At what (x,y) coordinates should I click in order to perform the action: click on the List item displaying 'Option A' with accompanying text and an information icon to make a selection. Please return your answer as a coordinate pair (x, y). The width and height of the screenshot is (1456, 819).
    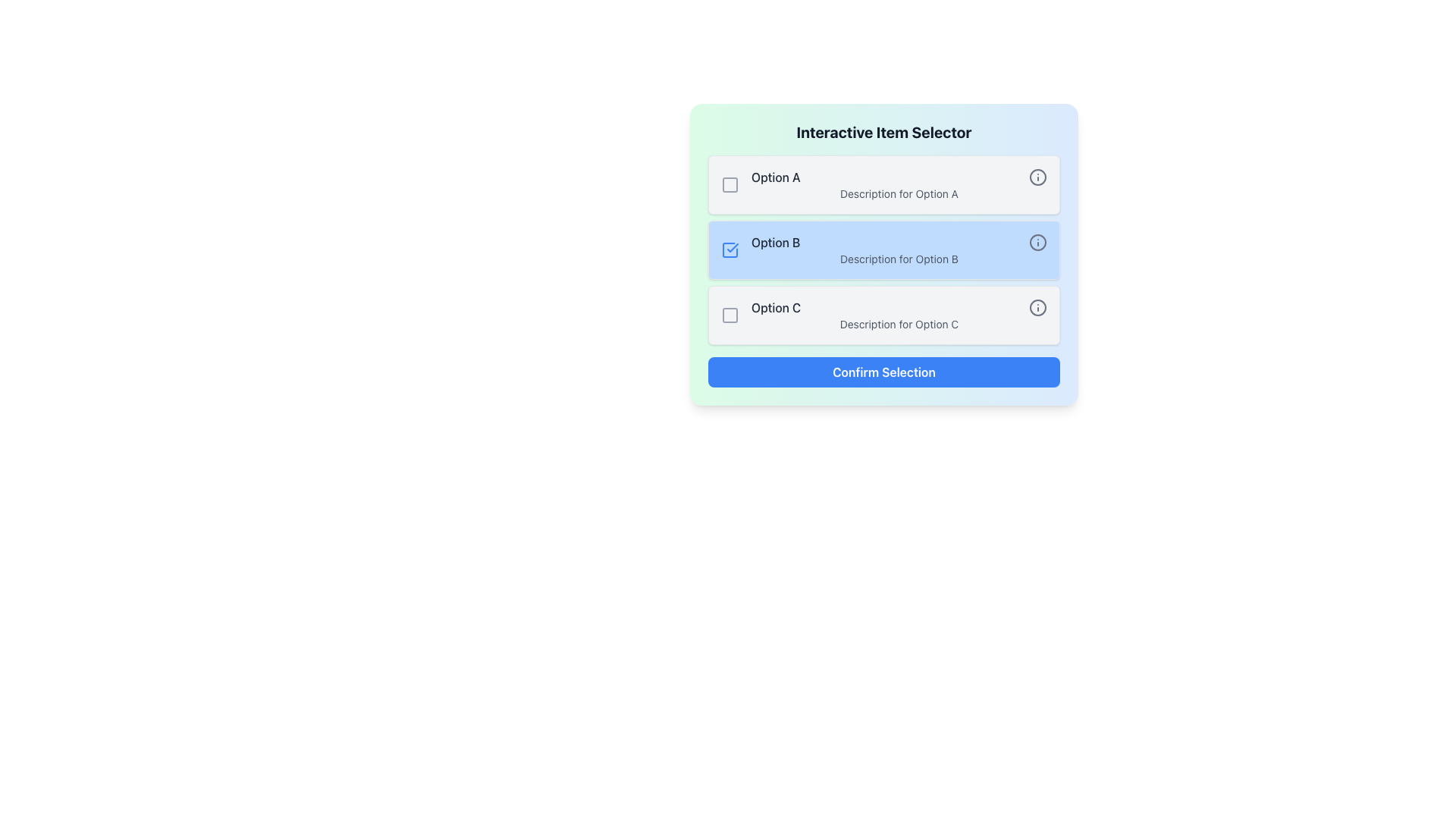
    Looking at the image, I should click on (899, 184).